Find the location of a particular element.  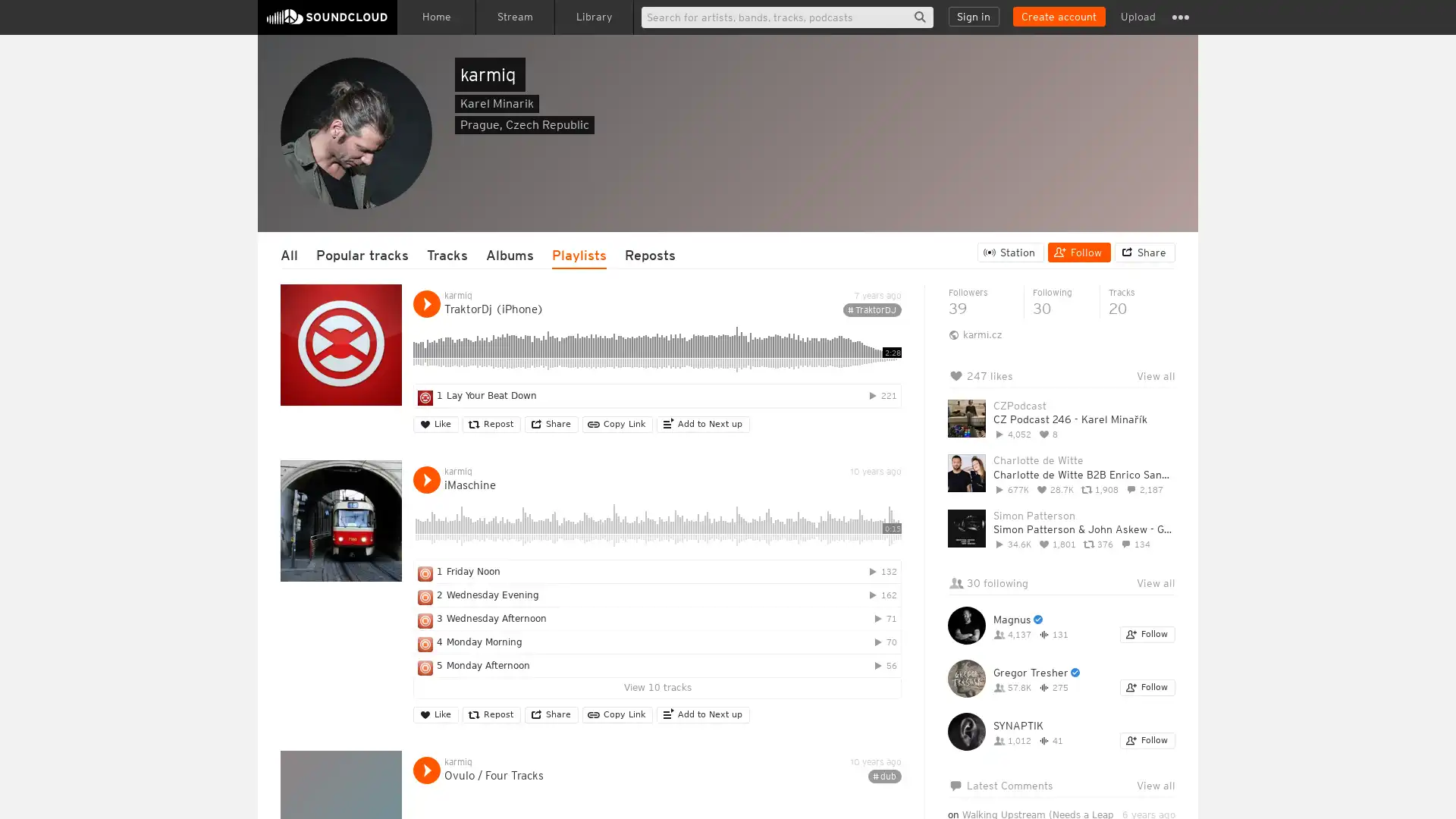

Play is located at coordinates (425, 304).